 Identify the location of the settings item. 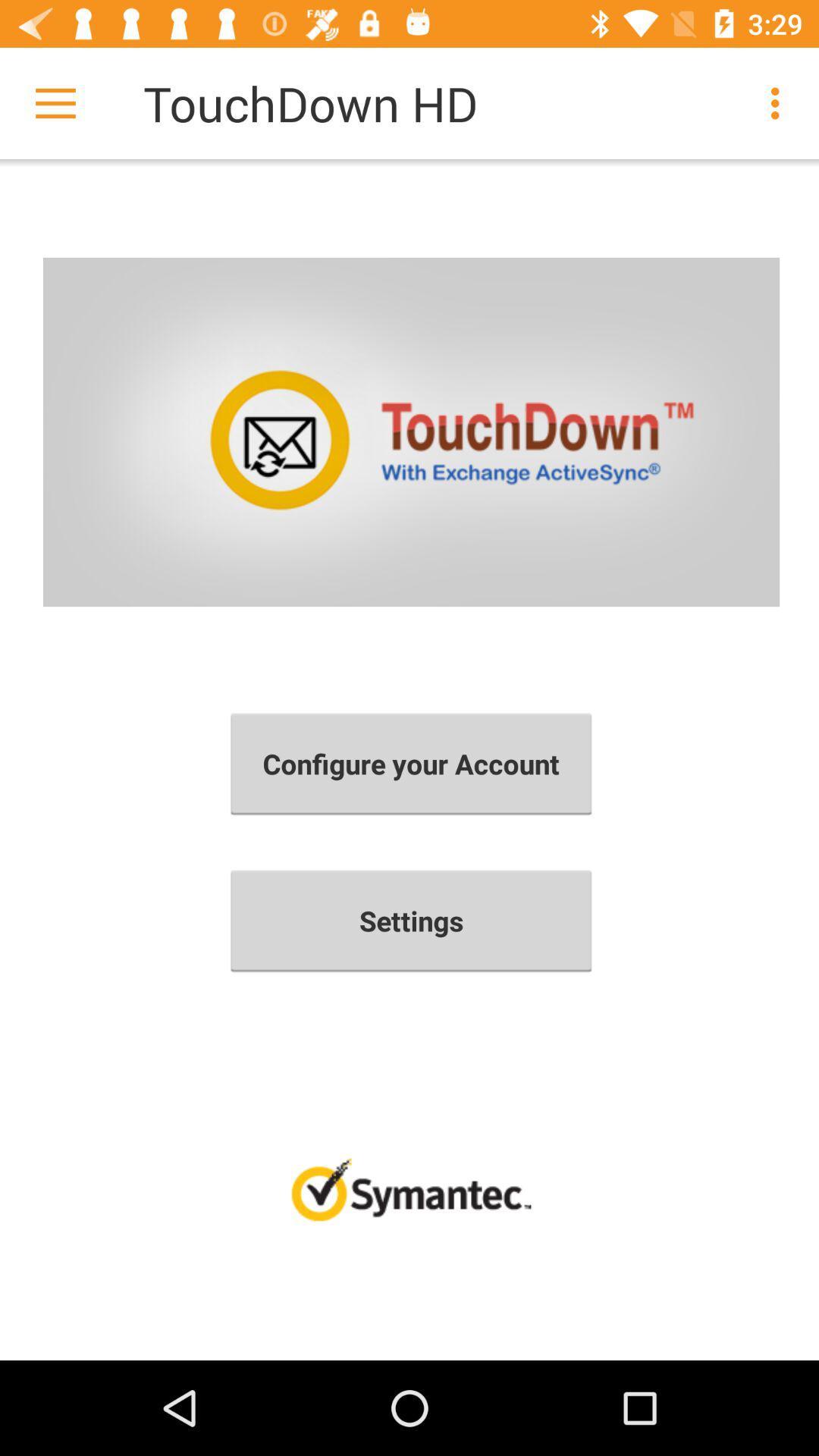
(411, 920).